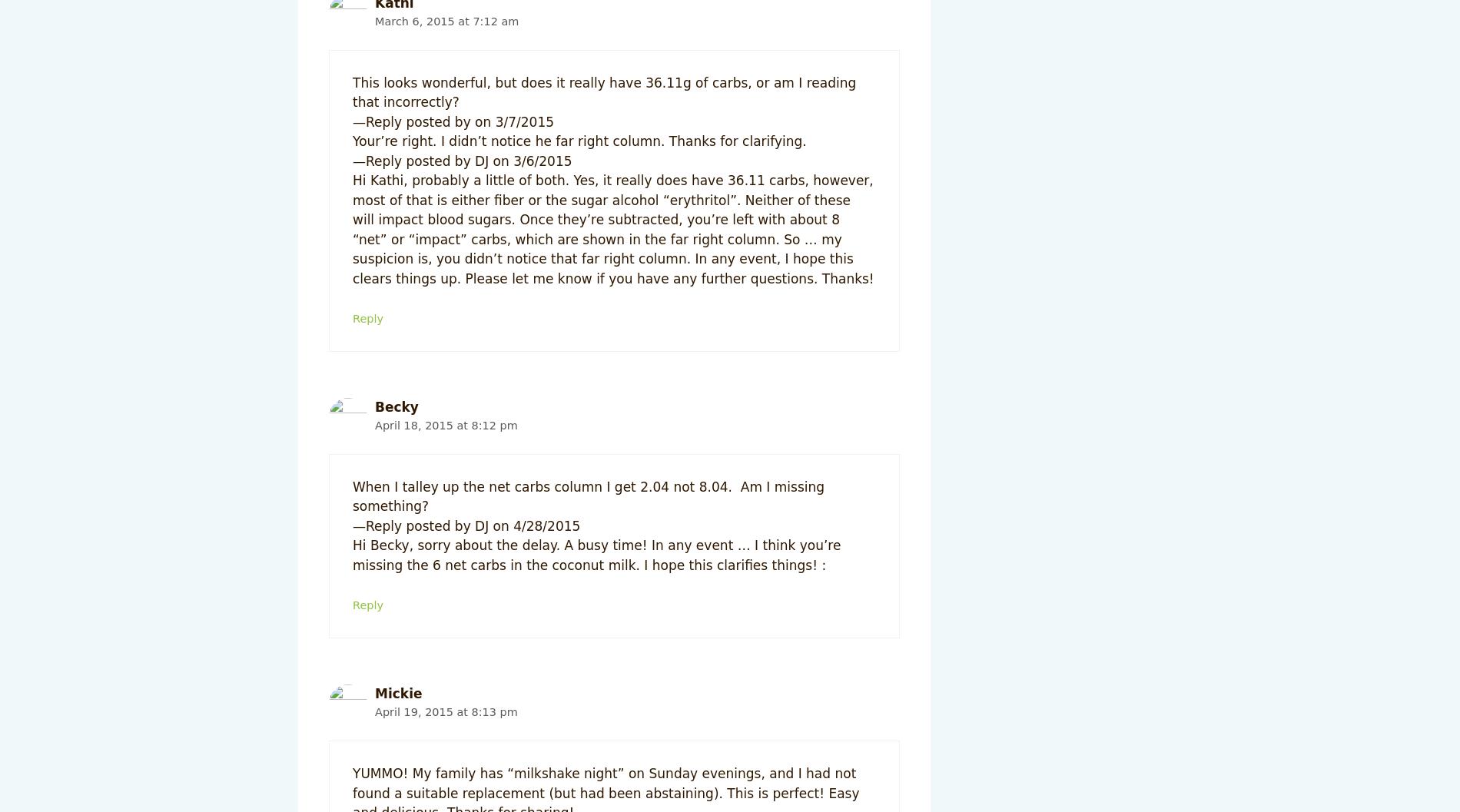  I want to click on 'Hi Becky, sorry about the delay.  A busy time!  In any event … I think you’re missing the 6 net carbs in the coconut milk.  I hope this clarifies things! :', so click(596, 554).